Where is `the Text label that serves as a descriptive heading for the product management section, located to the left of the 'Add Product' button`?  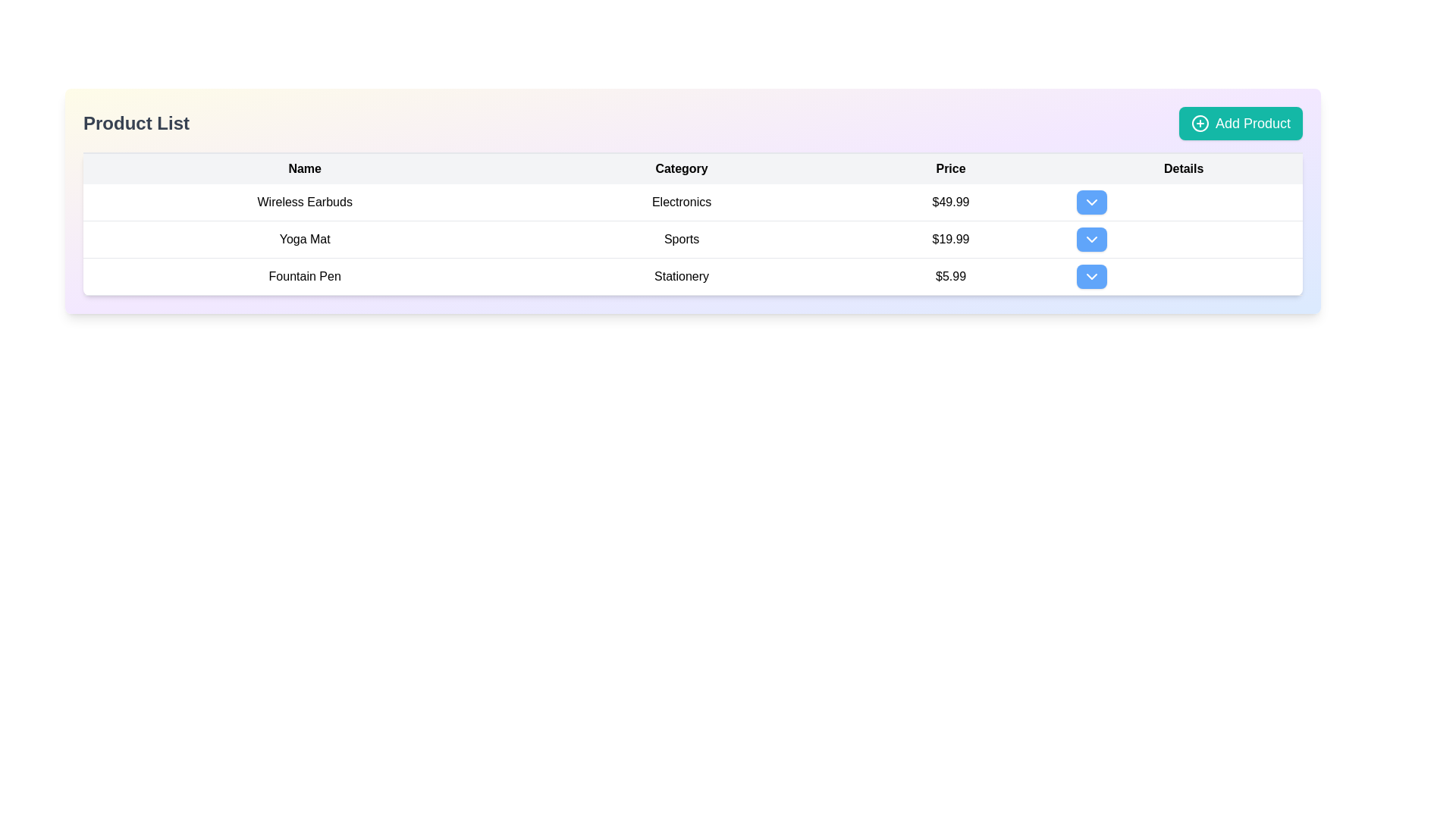
the Text label that serves as a descriptive heading for the product management section, located to the left of the 'Add Product' button is located at coordinates (136, 122).